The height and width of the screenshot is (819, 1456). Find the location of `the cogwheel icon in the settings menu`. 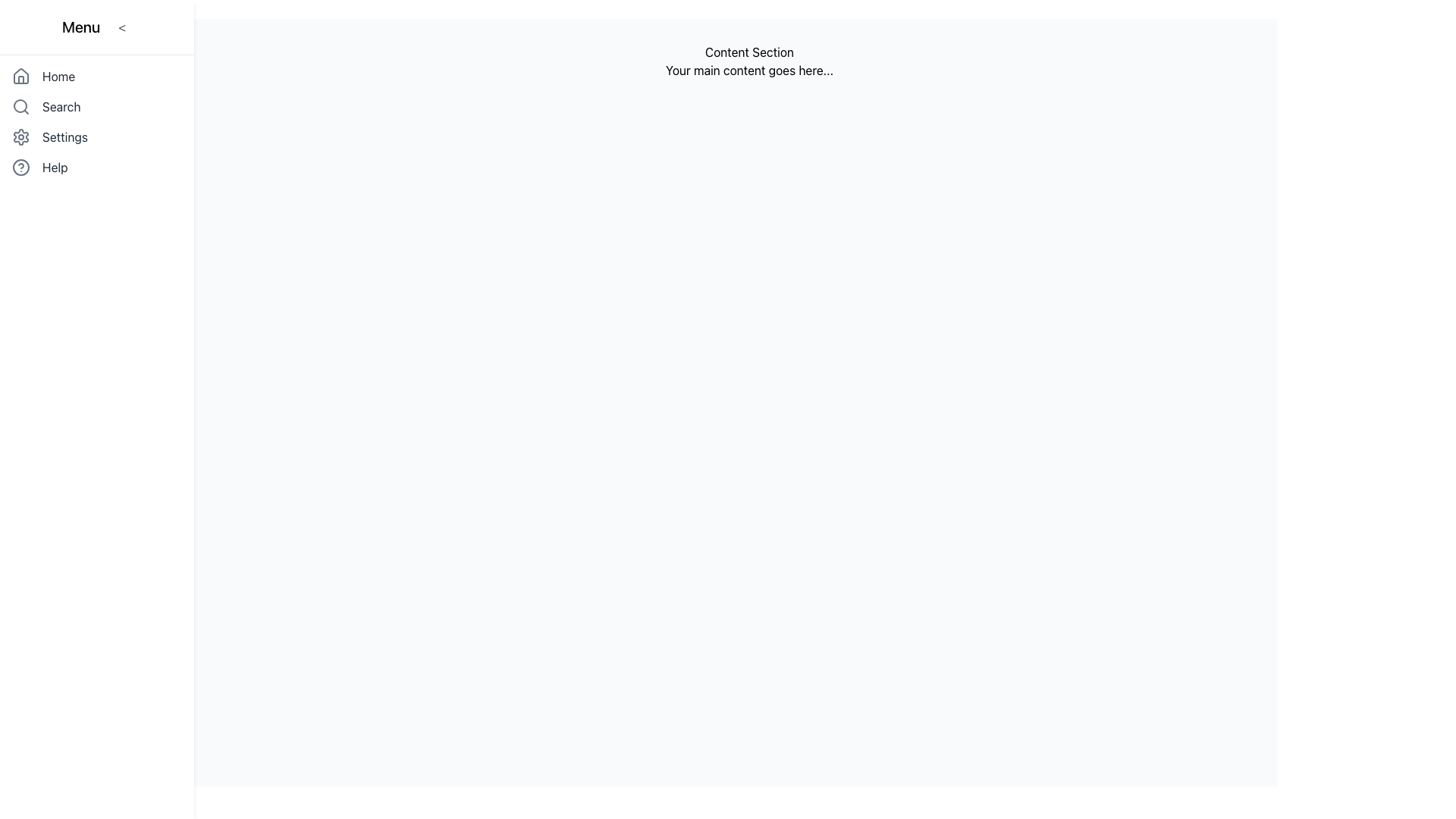

the cogwheel icon in the settings menu is located at coordinates (21, 137).